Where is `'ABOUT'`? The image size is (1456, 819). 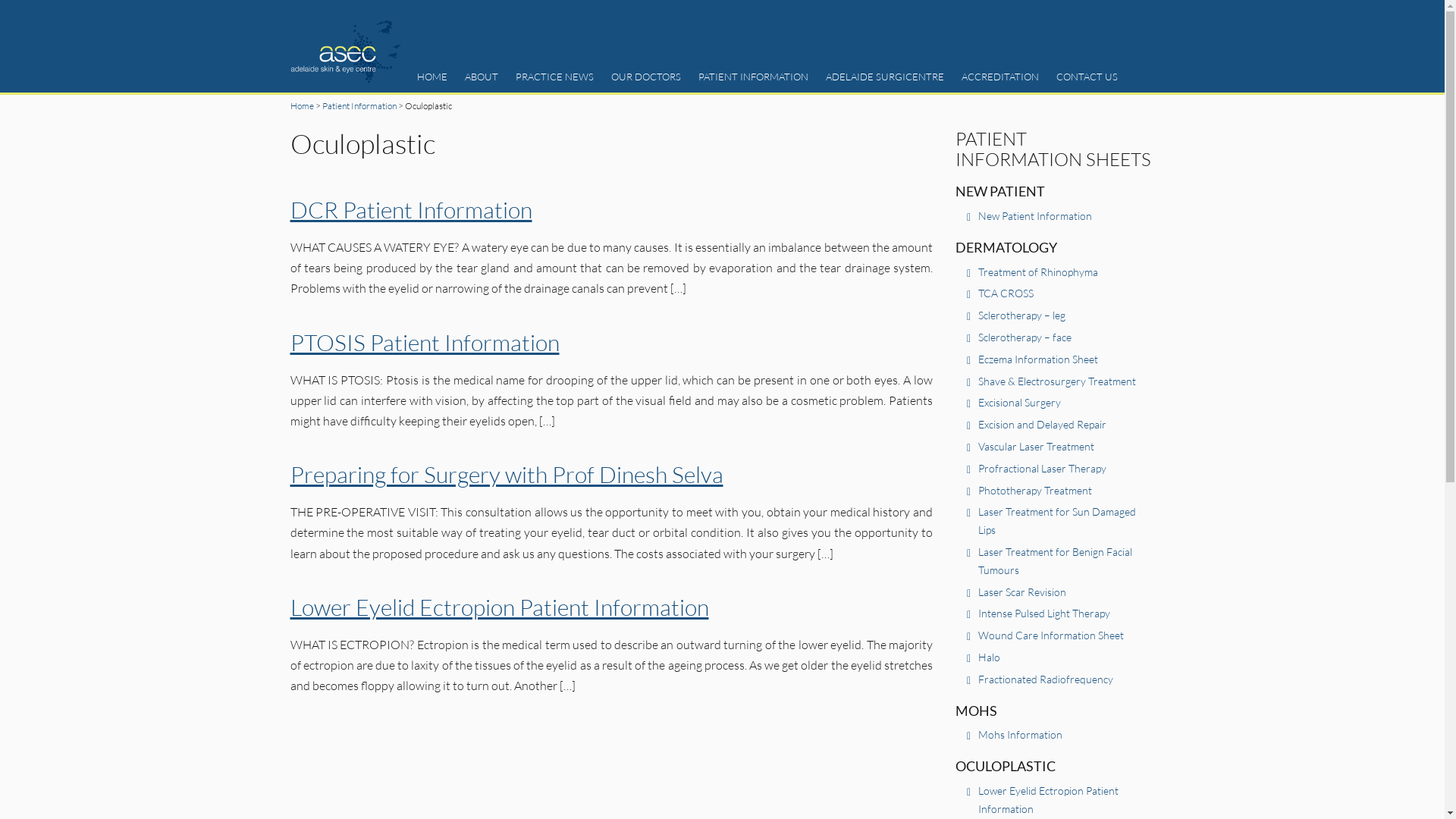 'ABOUT' is located at coordinates (457, 76).